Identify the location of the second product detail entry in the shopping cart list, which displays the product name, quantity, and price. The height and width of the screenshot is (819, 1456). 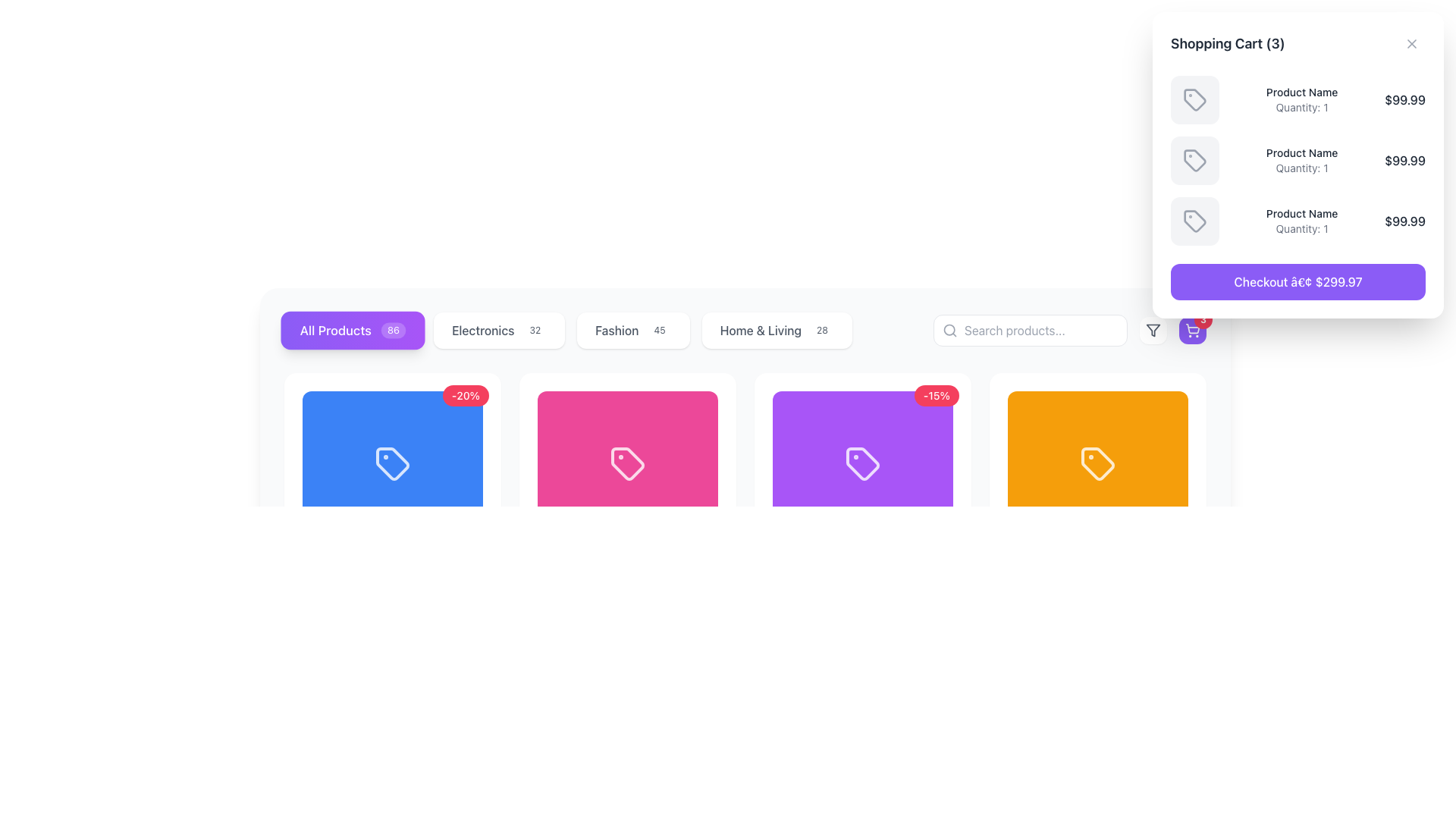
(1298, 161).